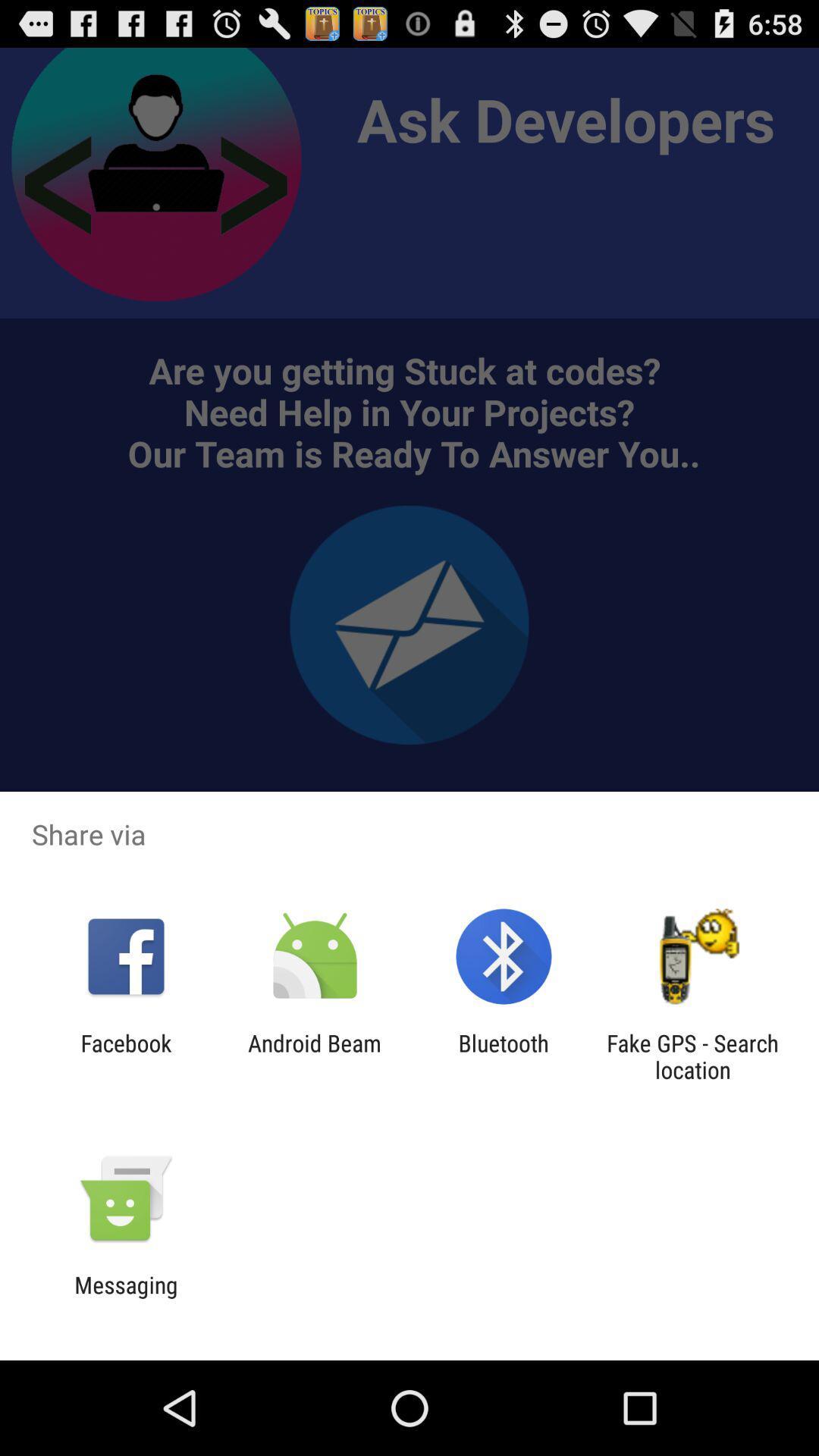 This screenshot has width=819, height=1456. I want to click on app at the bottom right corner, so click(692, 1056).